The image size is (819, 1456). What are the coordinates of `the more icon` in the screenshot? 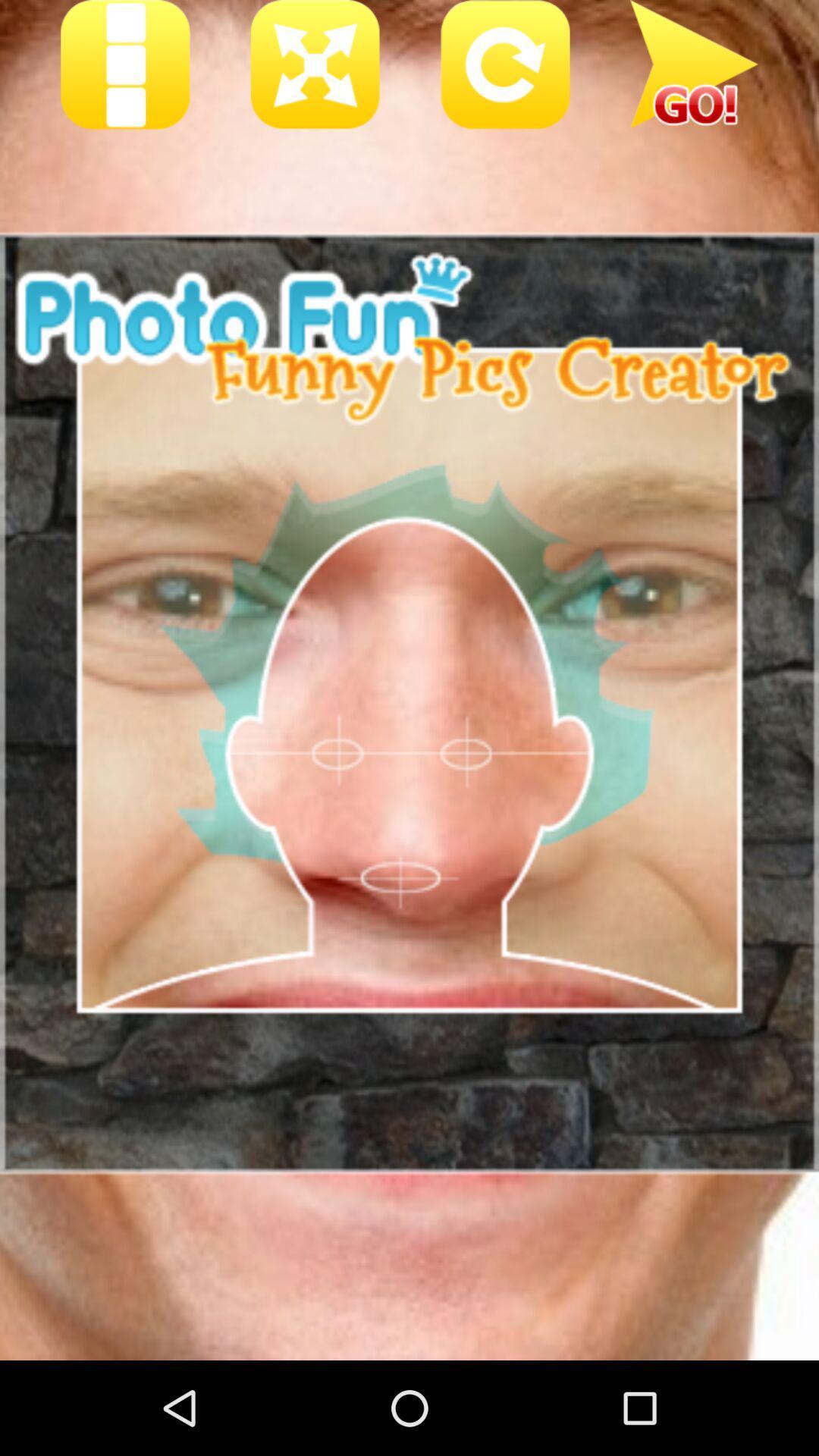 It's located at (124, 68).